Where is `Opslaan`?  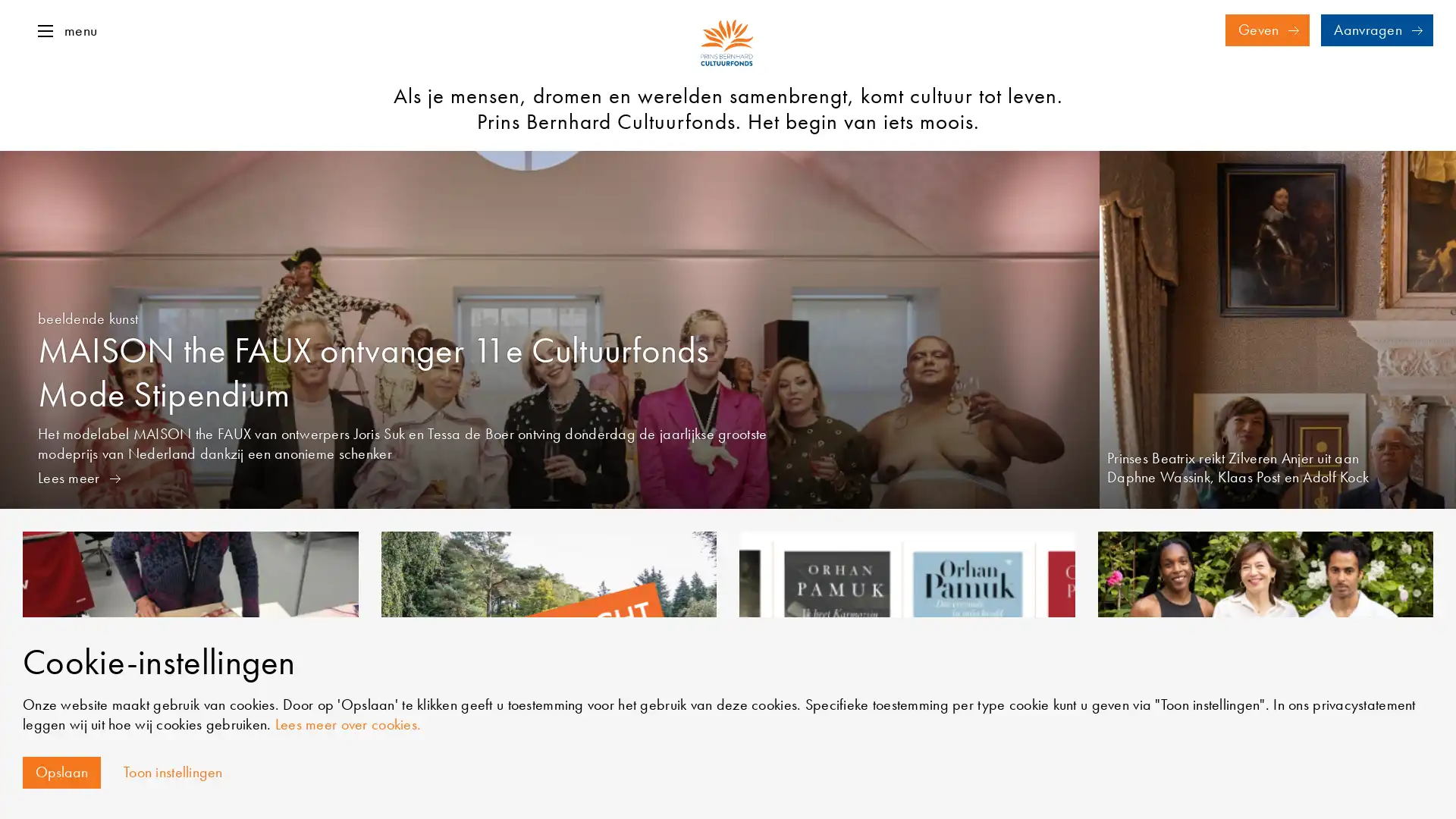
Opslaan is located at coordinates (61, 772).